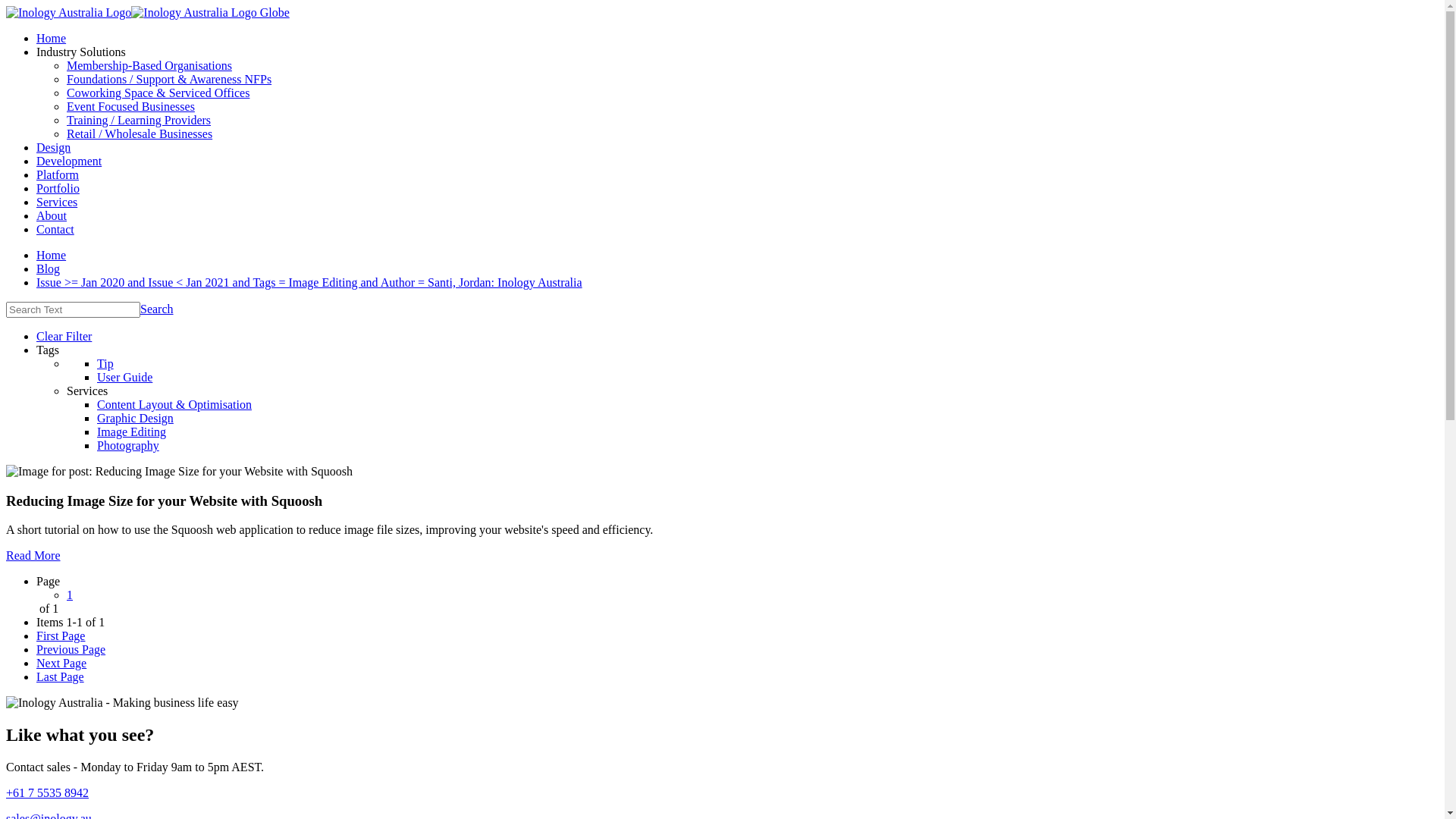 Image resolution: width=1456 pixels, height=819 pixels. Describe the element at coordinates (51, 215) in the screenshot. I see `'About'` at that location.